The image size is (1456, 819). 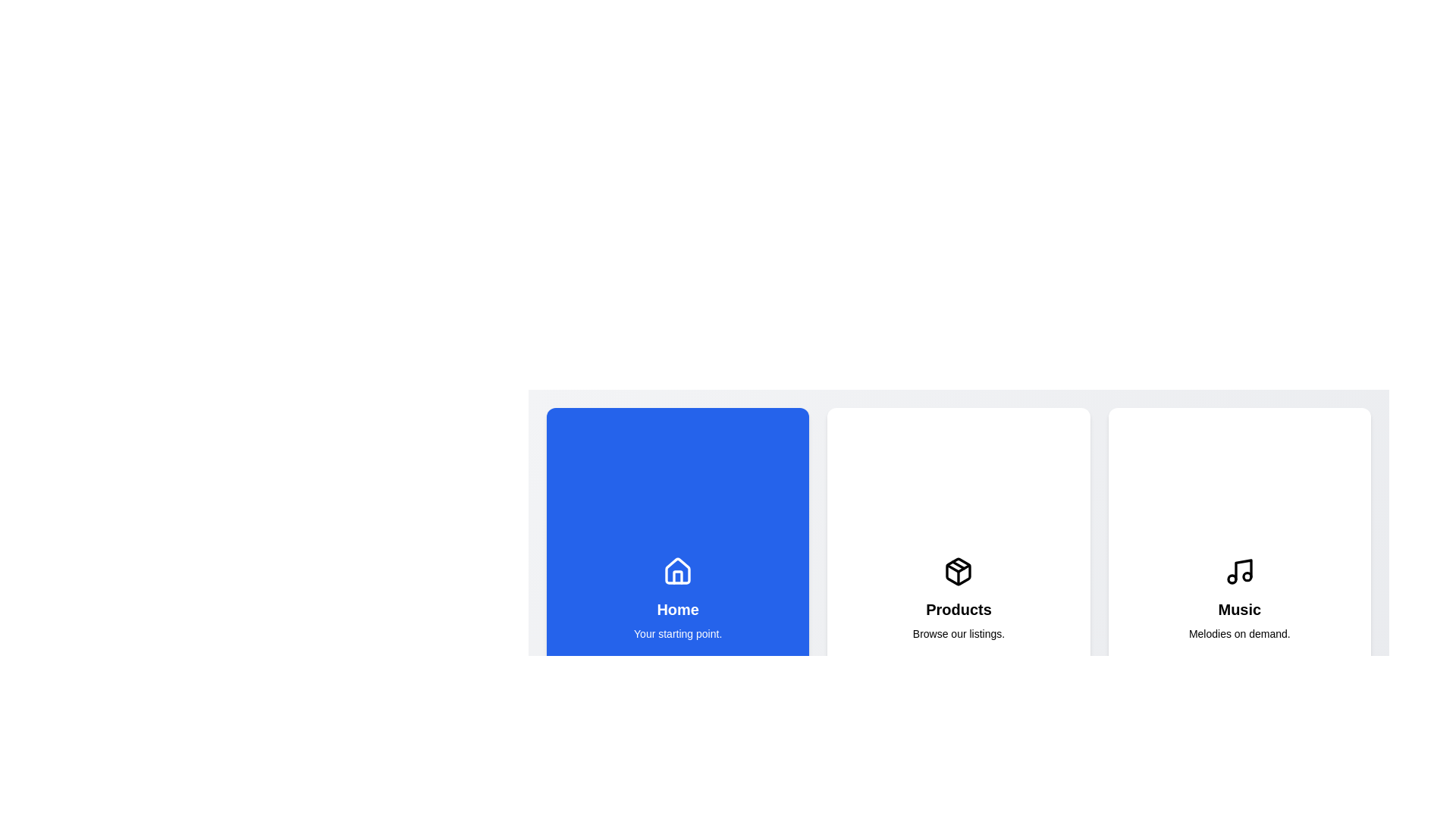 What do you see at coordinates (676, 598) in the screenshot?
I see `the button corresponding to the home section` at bounding box center [676, 598].